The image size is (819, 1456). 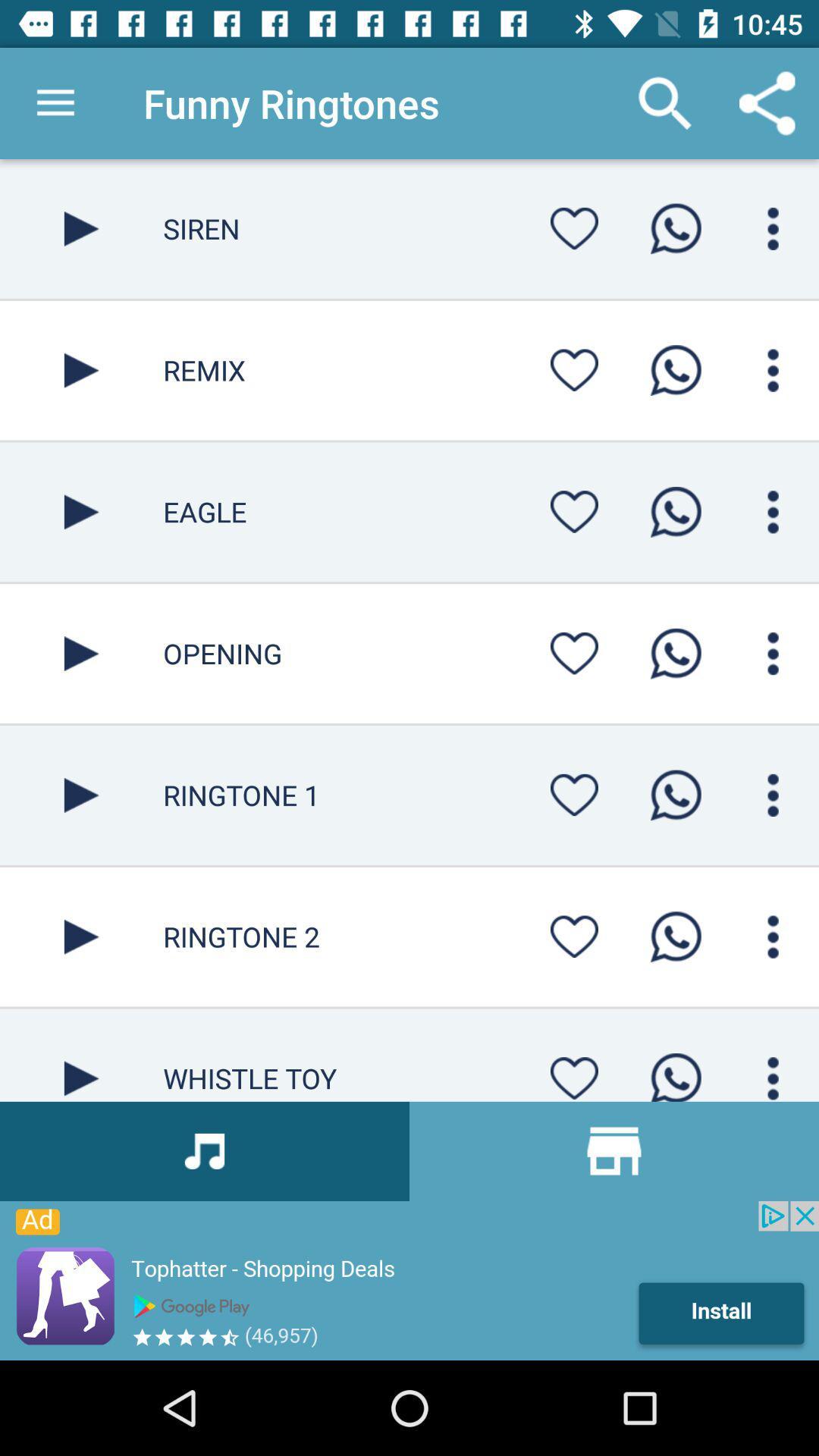 I want to click on start call, so click(x=675, y=227).